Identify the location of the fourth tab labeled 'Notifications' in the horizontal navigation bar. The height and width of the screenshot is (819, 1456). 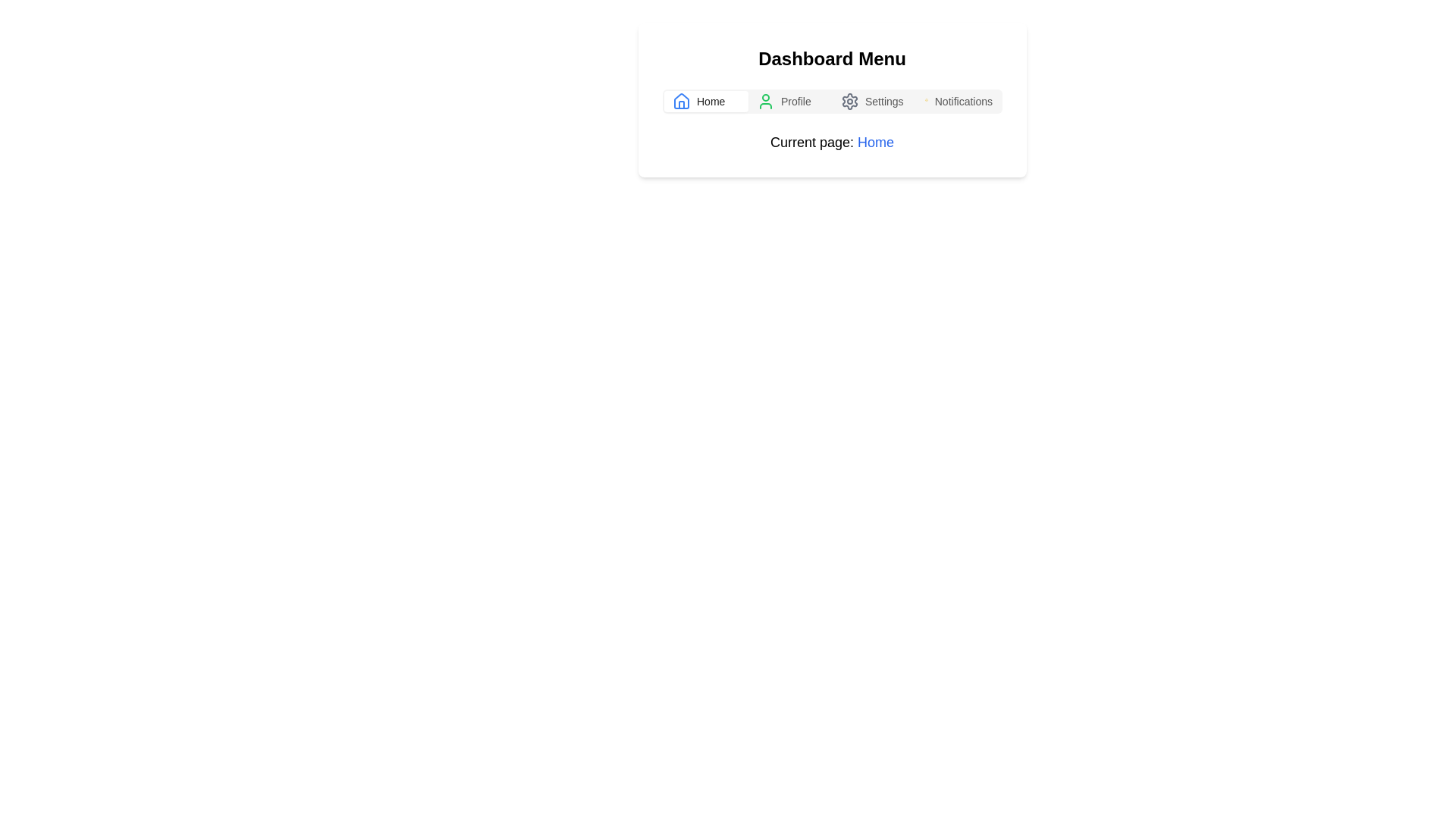
(957, 102).